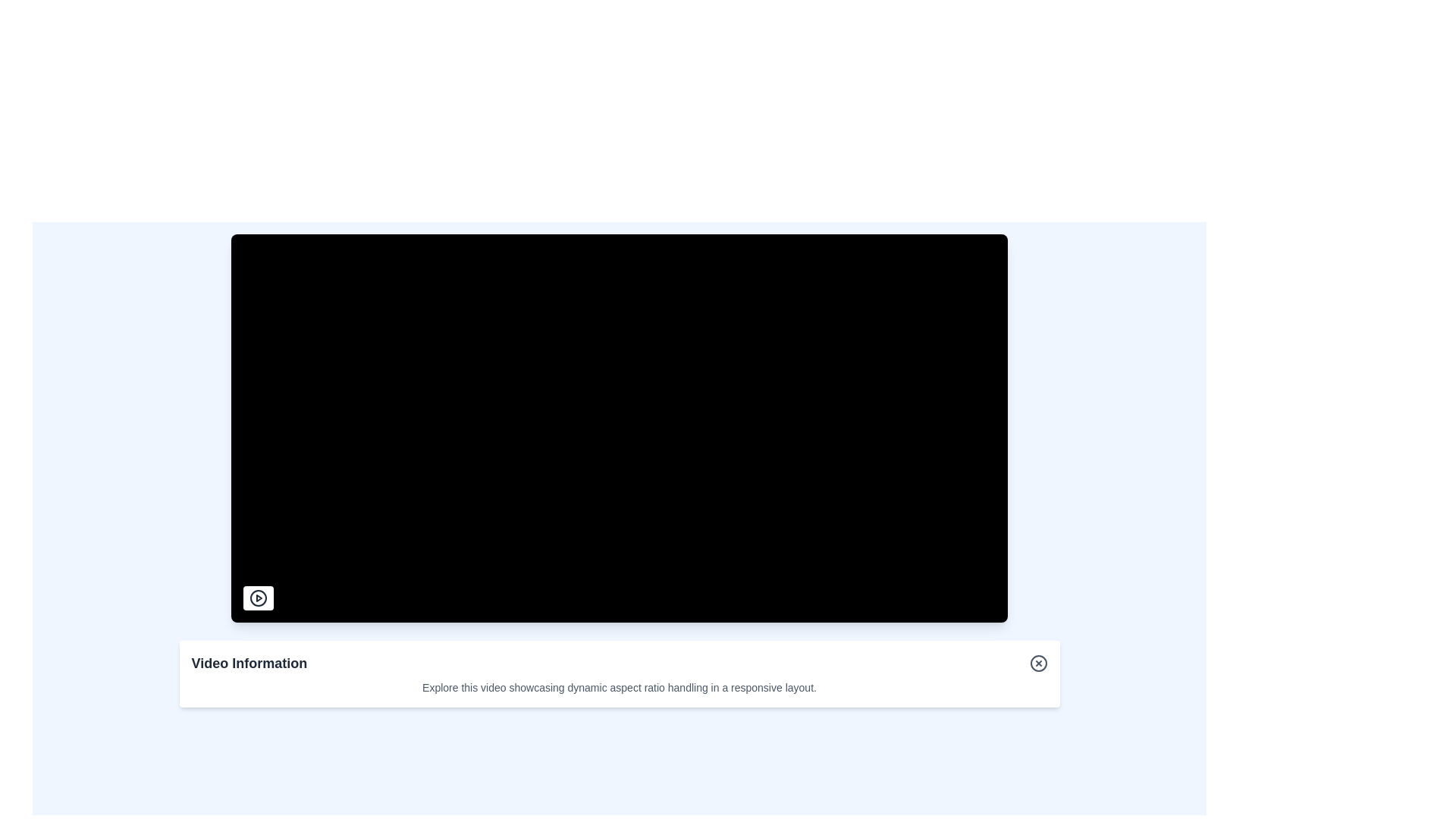 The height and width of the screenshot is (819, 1456). What do you see at coordinates (258, 598) in the screenshot?
I see `the play button, a circular icon with a triangular play symbol, located in the bottom-left corner of the video frame` at bounding box center [258, 598].